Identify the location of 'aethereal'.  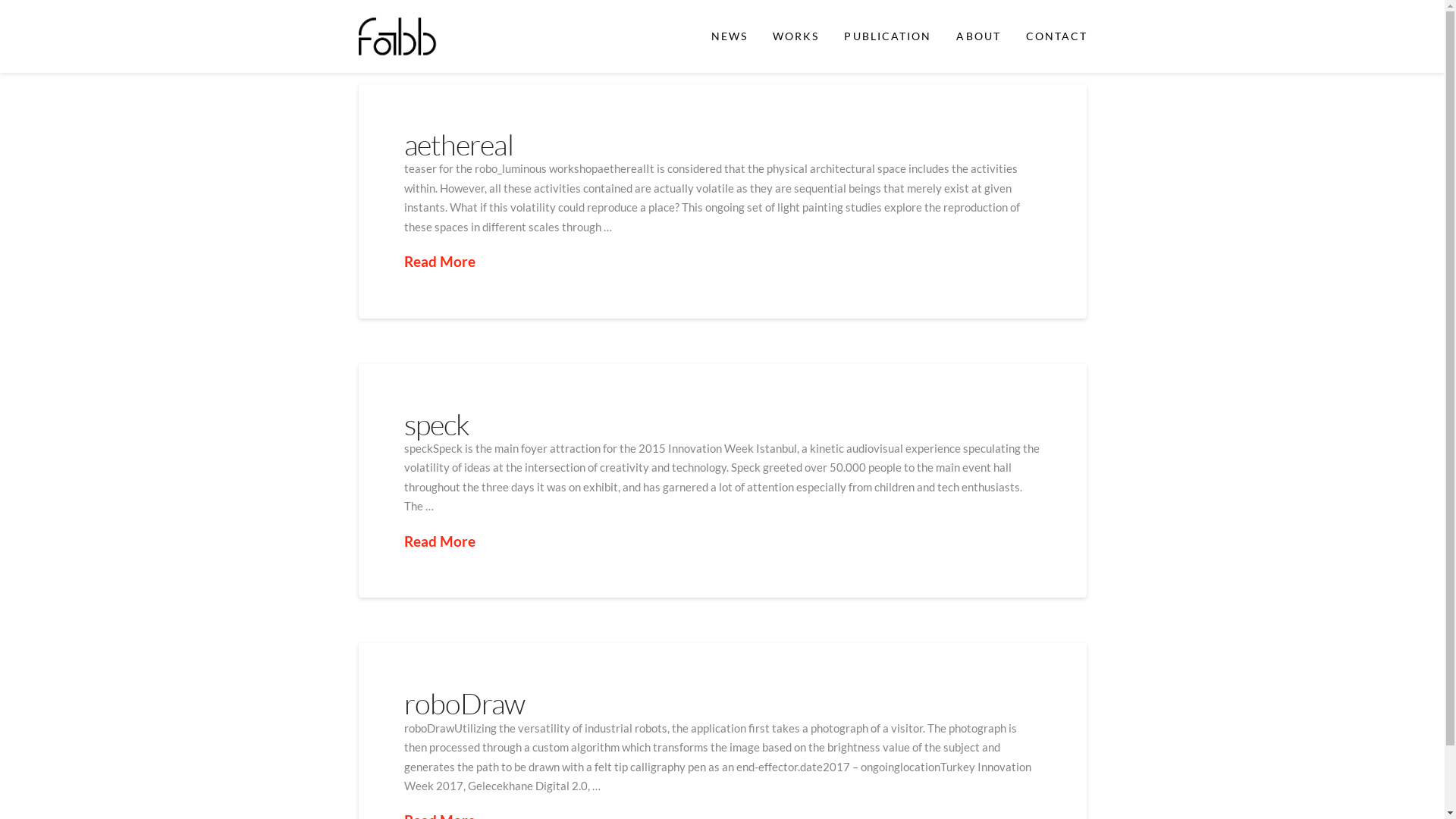
(403, 144).